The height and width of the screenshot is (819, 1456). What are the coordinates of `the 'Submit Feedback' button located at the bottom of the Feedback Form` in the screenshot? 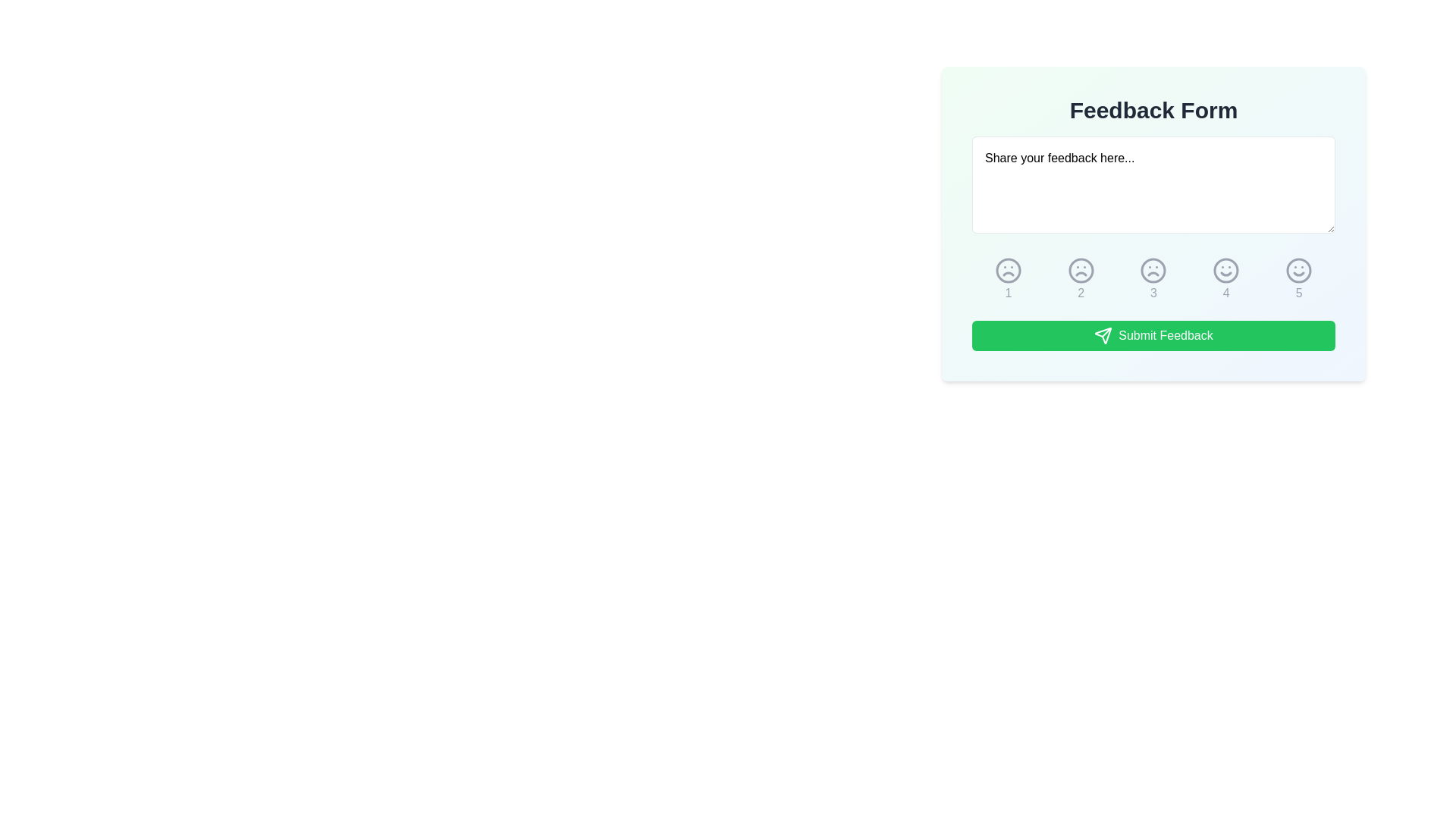 It's located at (1153, 335).